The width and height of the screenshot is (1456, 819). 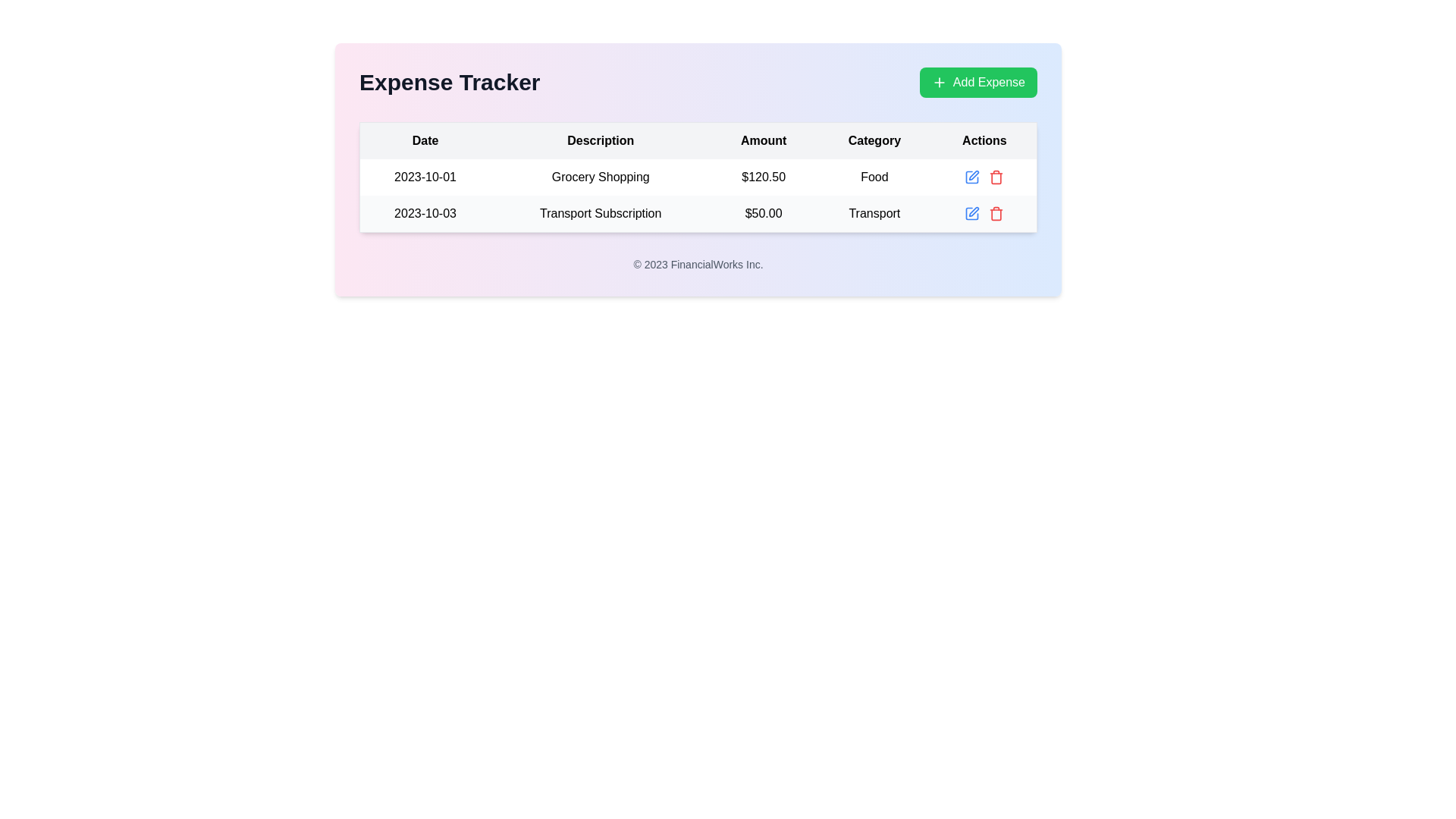 What do you see at coordinates (425, 140) in the screenshot?
I see `the 'Date' text label, which is the first column header in a table, styled with bold font and centered alignment` at bounding box center [425, 140].